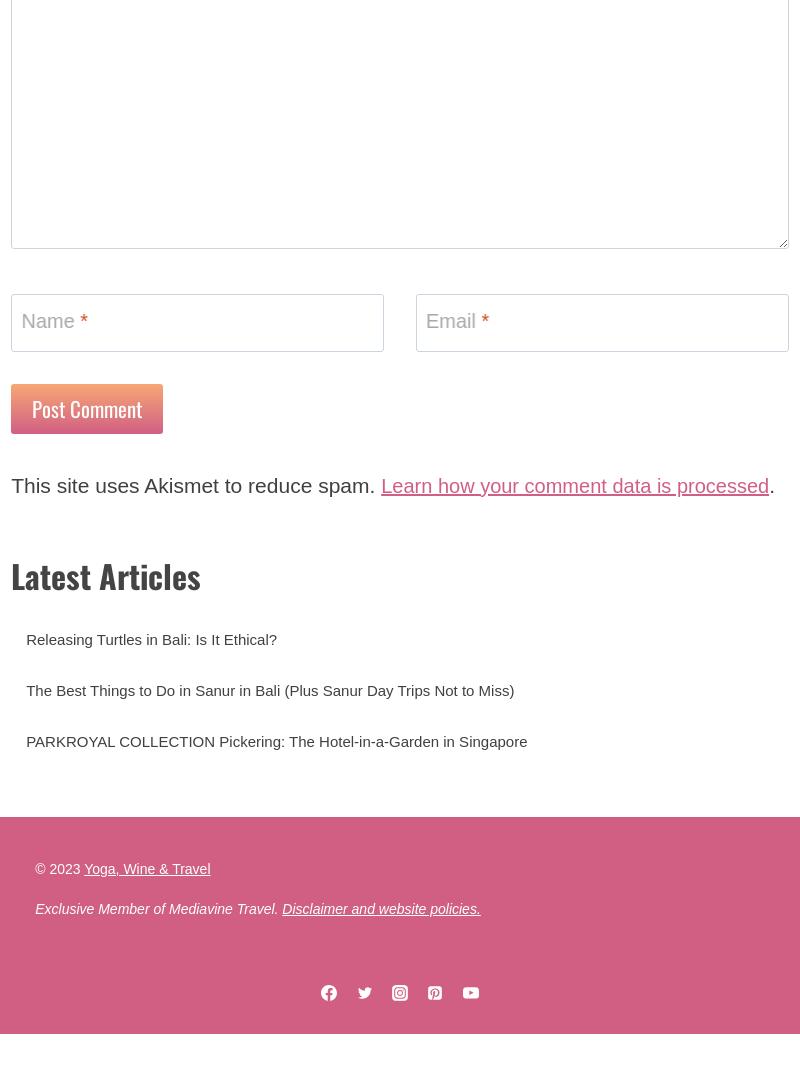  Describe the element at coordinates (453, 335) in the screenshot. I see `'Email'` at that location.